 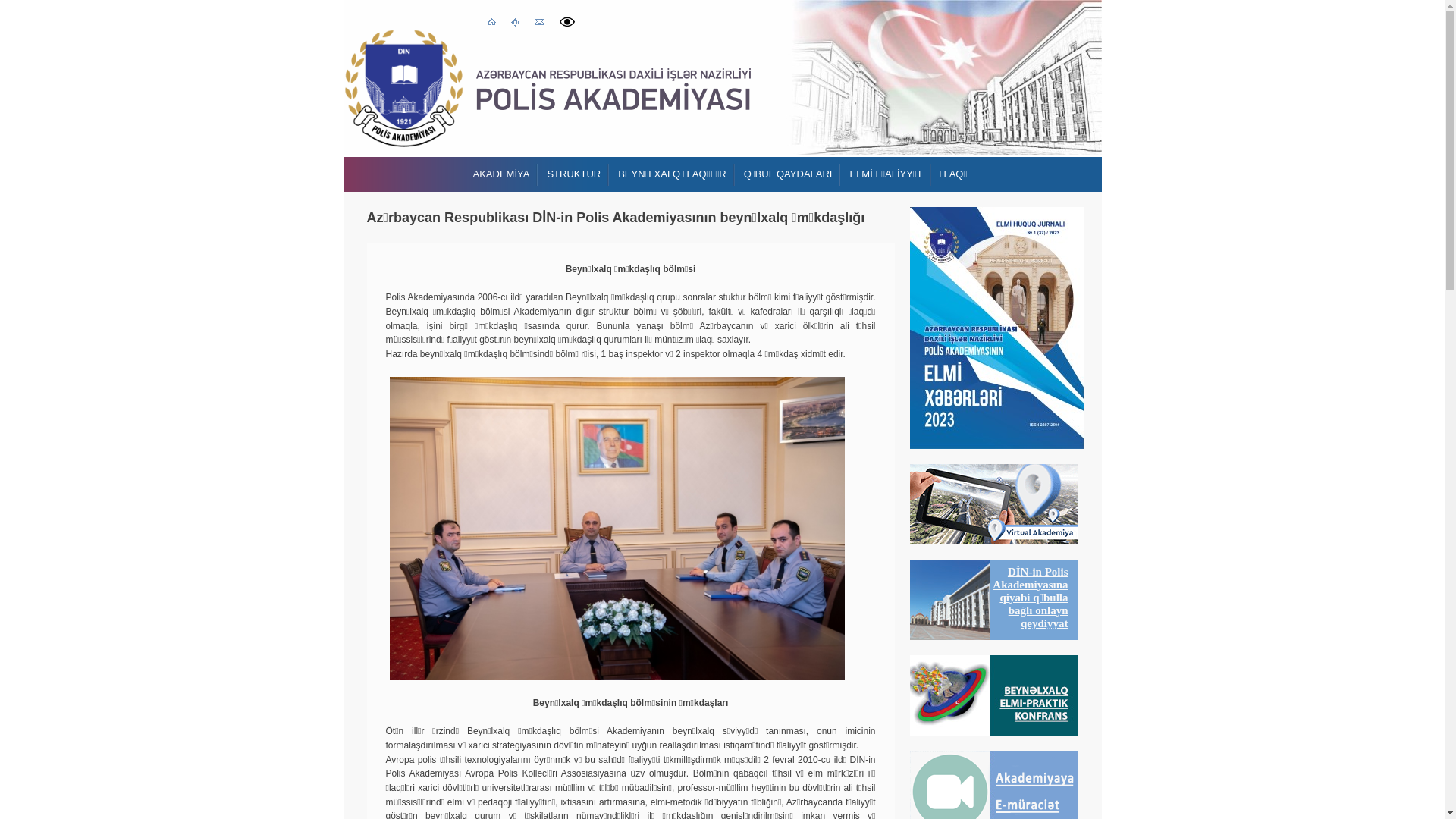 What do you see at coordinates (573, 174) in the screenshot?
I see `'STRUKTUR'` at bounding box center [573, 174].